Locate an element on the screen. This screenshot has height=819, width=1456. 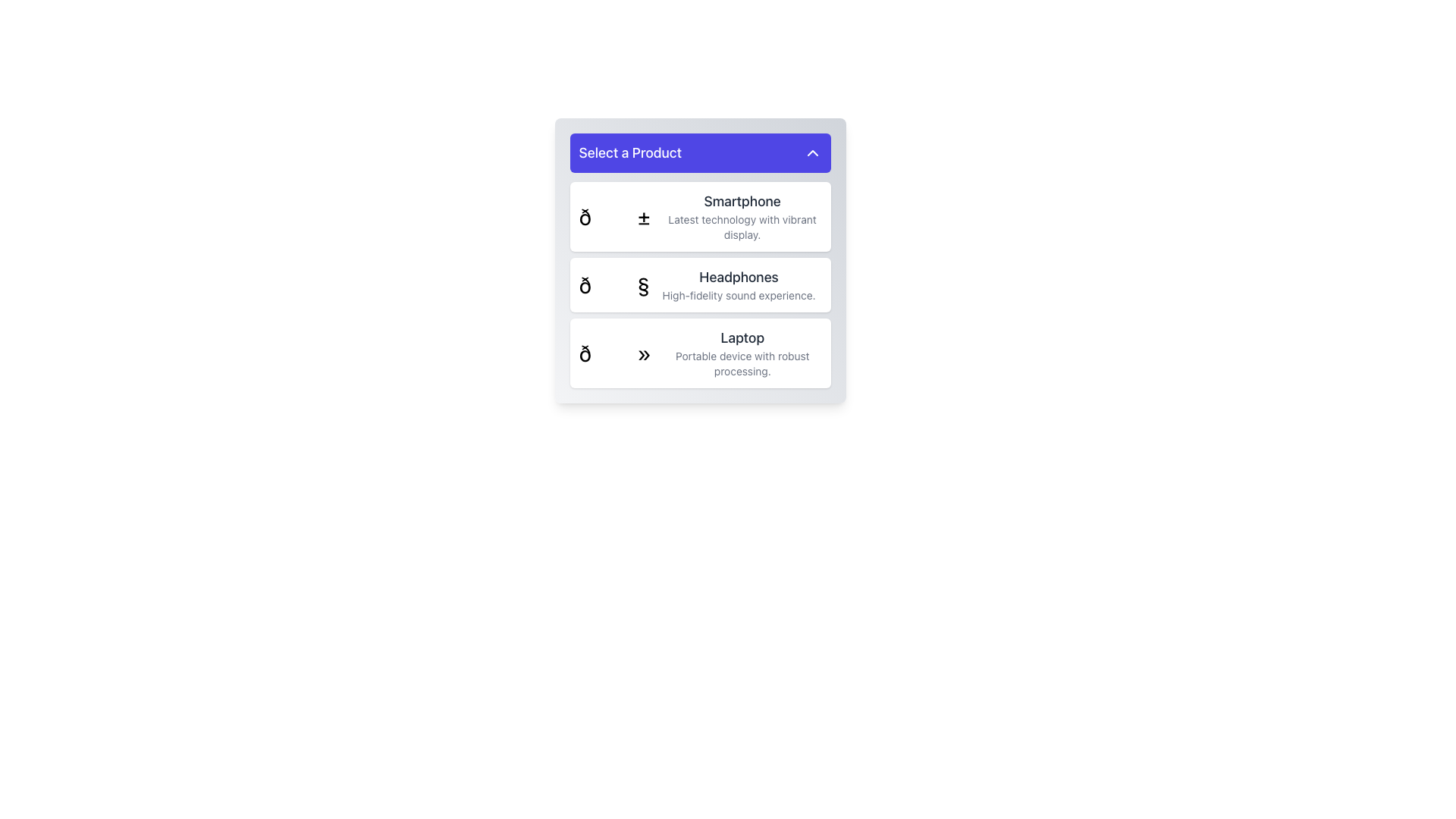
the text label 'Laptop' in the selectable list, which is the third entry between 'Headphones' and 'Tablet' is located at coordinates (742, 353).